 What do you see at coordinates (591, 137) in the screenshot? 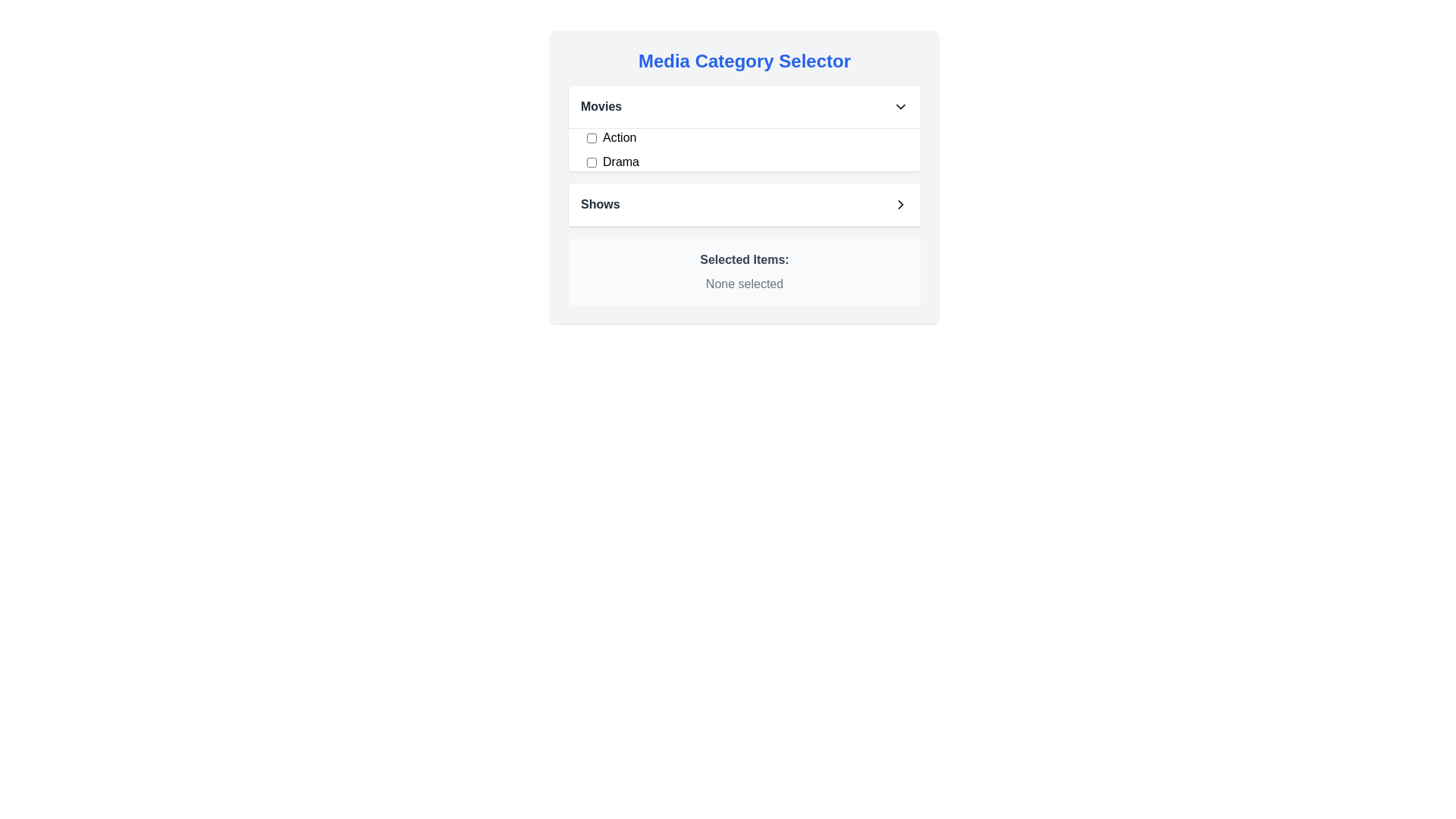
I see `the checkbox associated with the 'Action' genre in the 'Movies' category` at bounding box center [591, 137].